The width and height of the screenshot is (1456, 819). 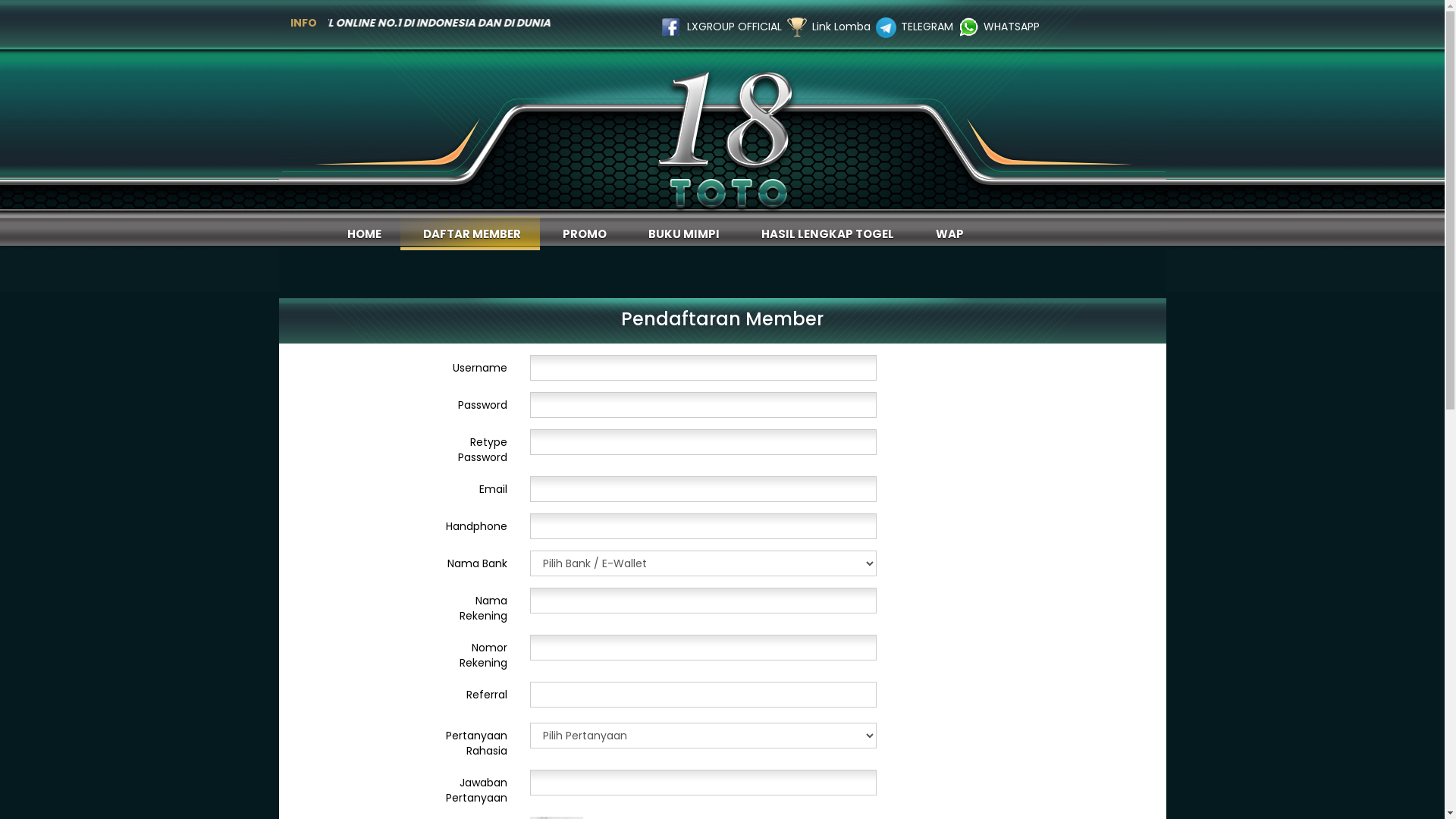 What do you see at coordinates (912, 233) in the screenshot?
I see `'WAP'` at bounding box center [912, 233].